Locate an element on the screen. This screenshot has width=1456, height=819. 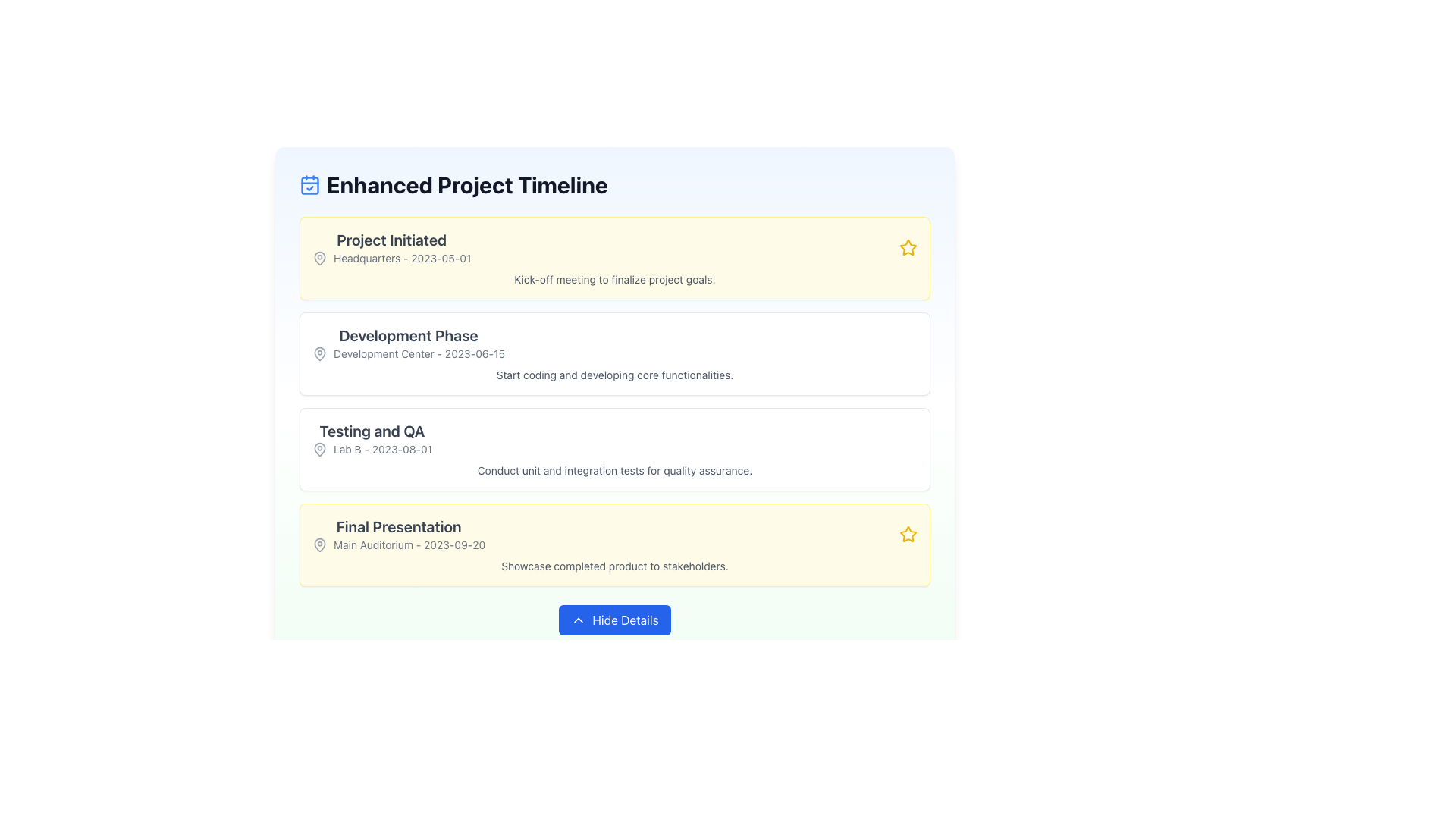
the Informational Card that details the 'Development Phase' in the 'Enhanced Project Timeline', which is the second panel after 'Project Initiated' is located at coordinates (615, 353).